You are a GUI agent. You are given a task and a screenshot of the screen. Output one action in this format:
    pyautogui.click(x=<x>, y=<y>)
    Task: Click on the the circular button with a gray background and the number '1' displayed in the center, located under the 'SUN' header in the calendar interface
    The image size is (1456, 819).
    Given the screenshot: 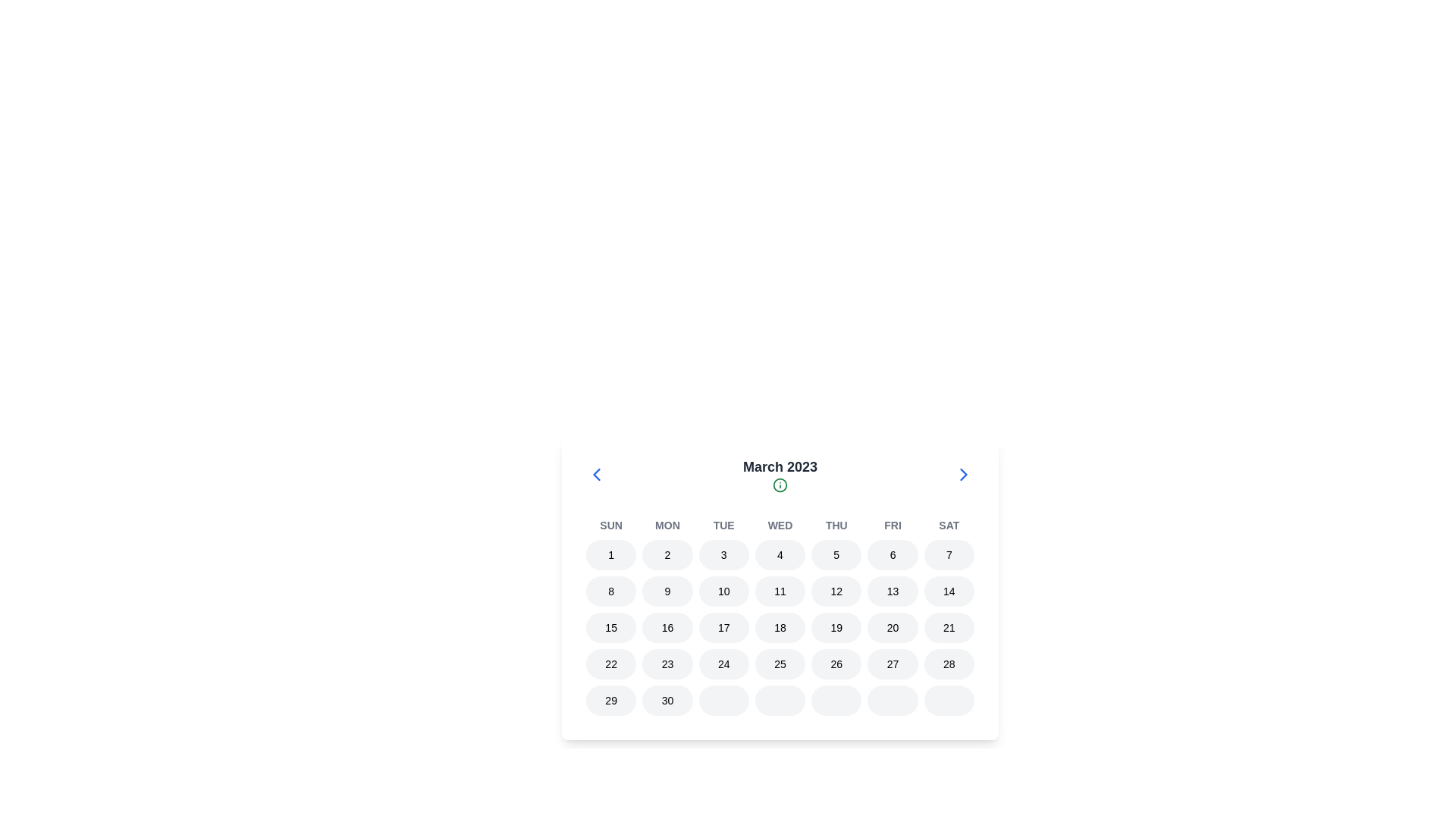 What is the action you would take?
    pyautogui.click(x=611, y=555)
    